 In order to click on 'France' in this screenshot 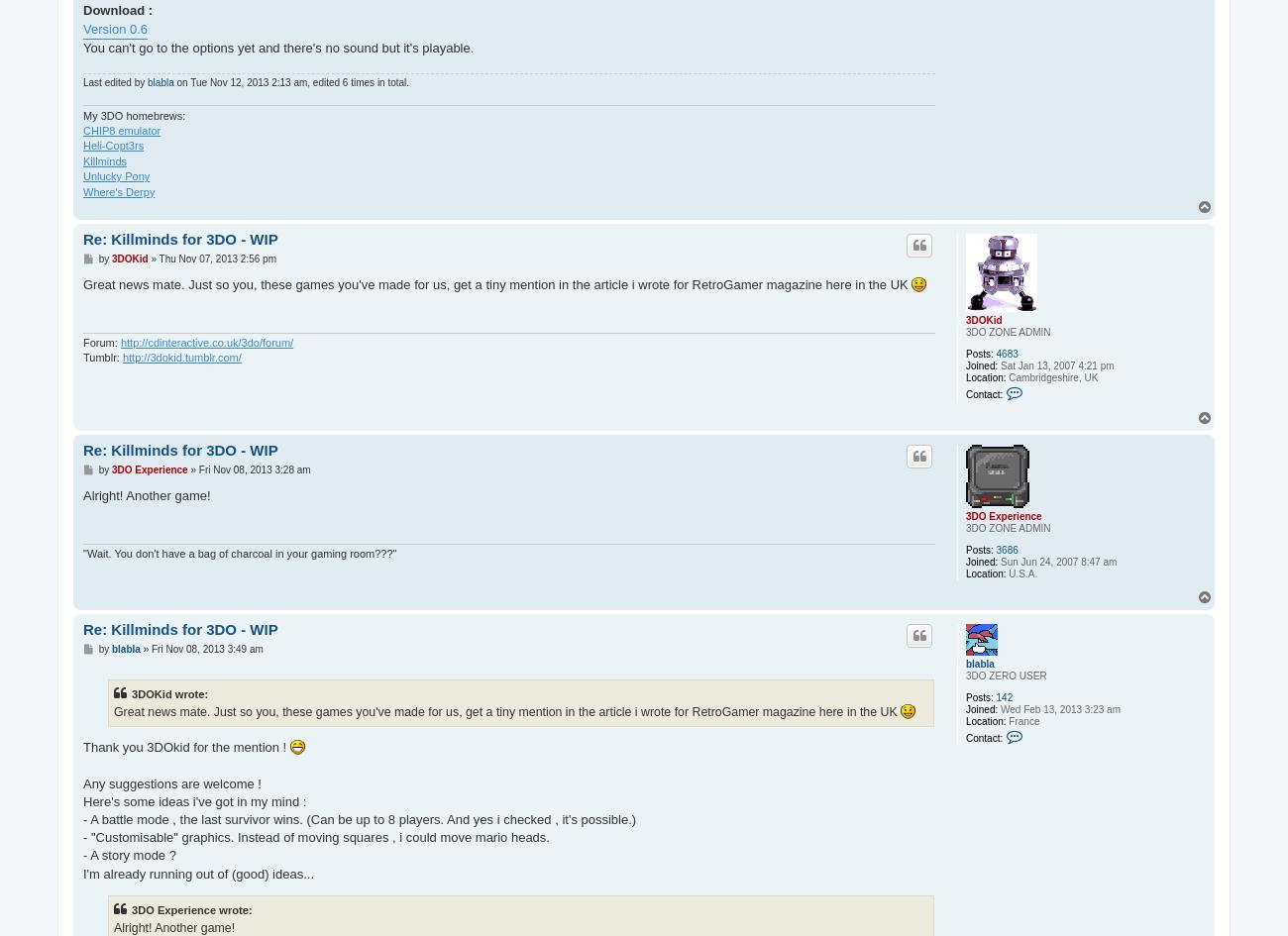, I will do `click(1021, 720)`.